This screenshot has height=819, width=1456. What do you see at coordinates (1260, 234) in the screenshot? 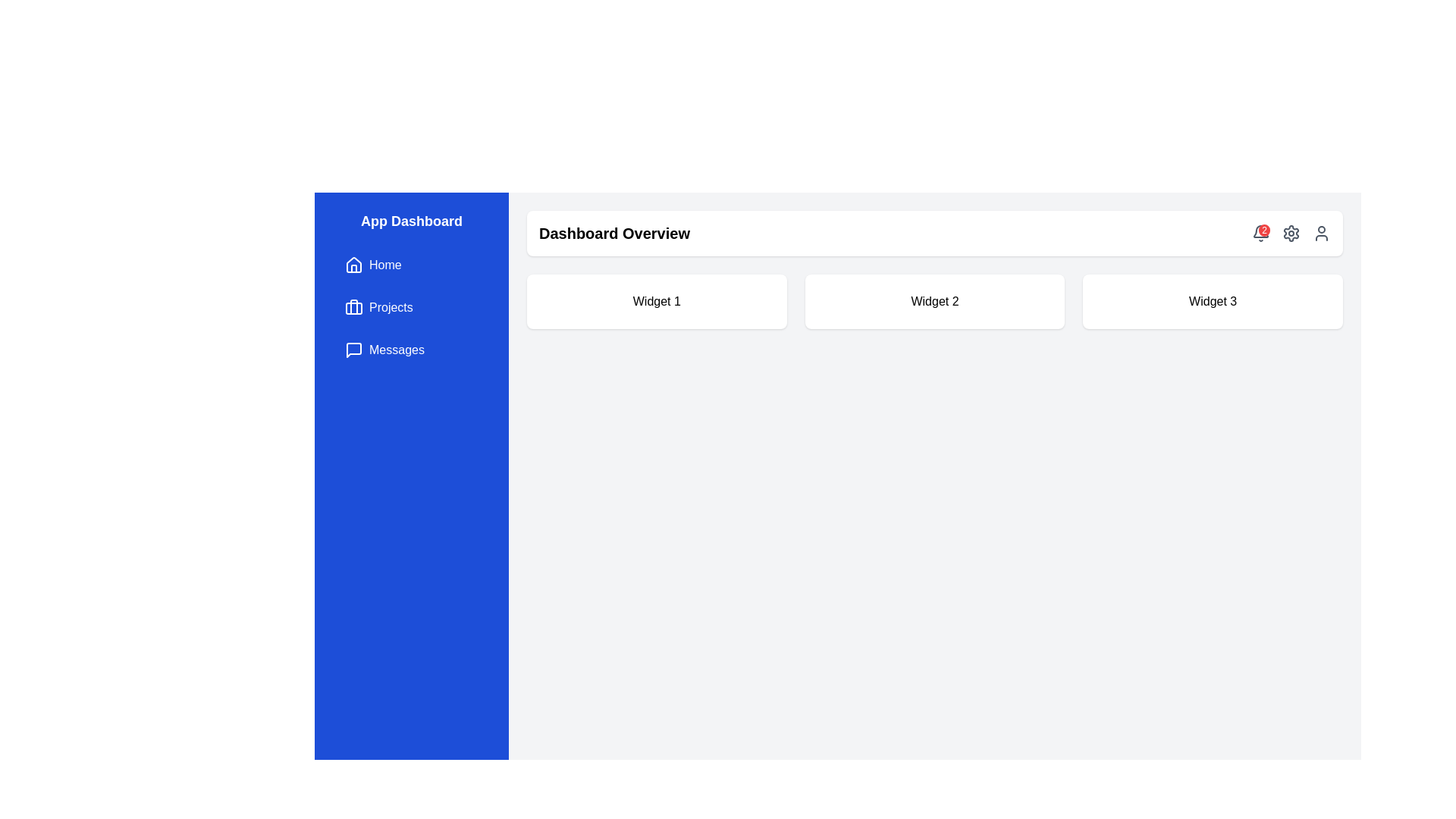
I see `the notification bell icon with a red circular badge containing the number '2'` at bounding box center [1260, 234].